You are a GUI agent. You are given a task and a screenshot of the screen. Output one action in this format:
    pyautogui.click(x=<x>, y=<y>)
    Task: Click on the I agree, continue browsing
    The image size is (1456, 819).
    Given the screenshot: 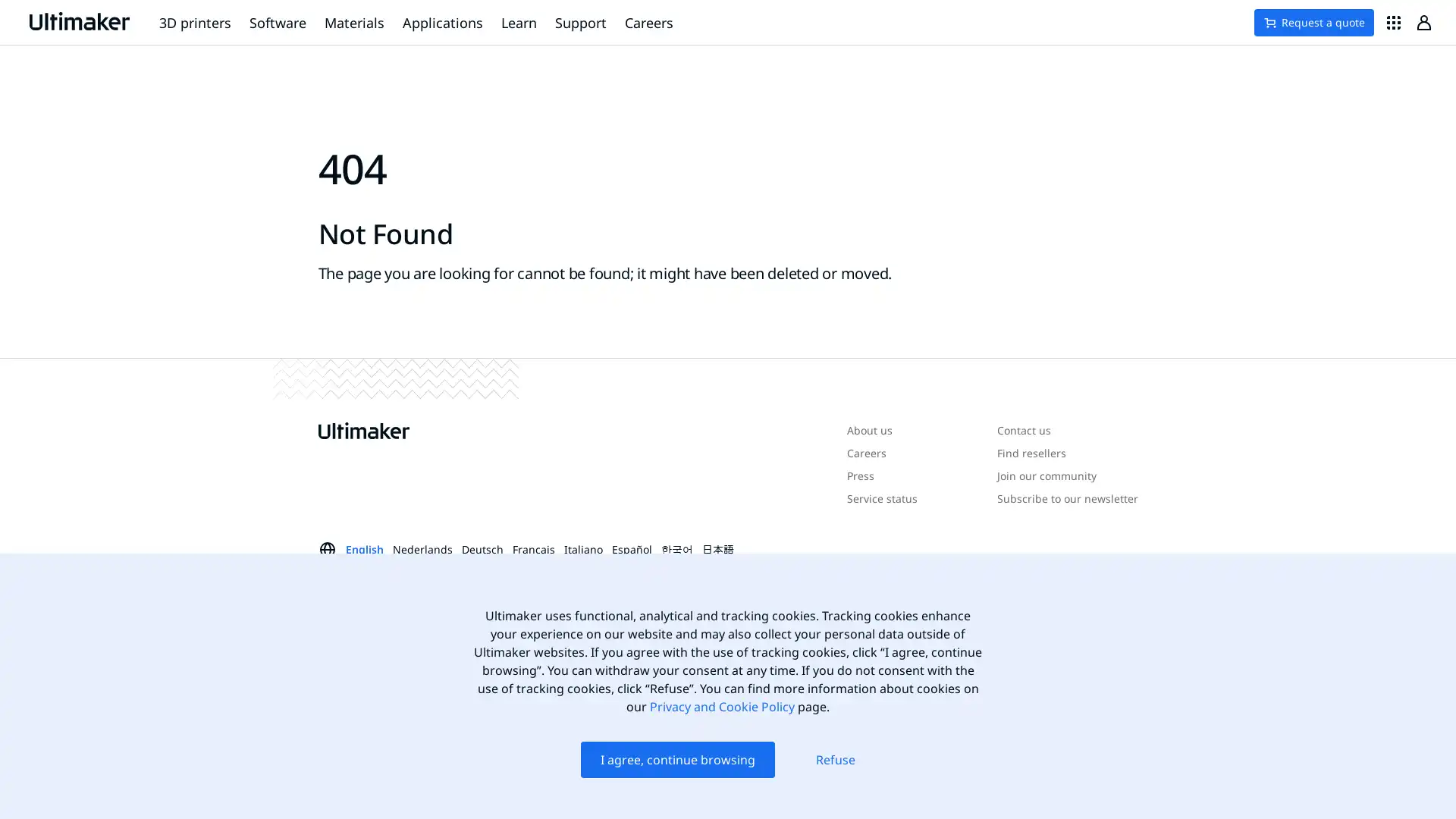 What is the action you would take?
    pyautogui.click(x=676, y=760)
    